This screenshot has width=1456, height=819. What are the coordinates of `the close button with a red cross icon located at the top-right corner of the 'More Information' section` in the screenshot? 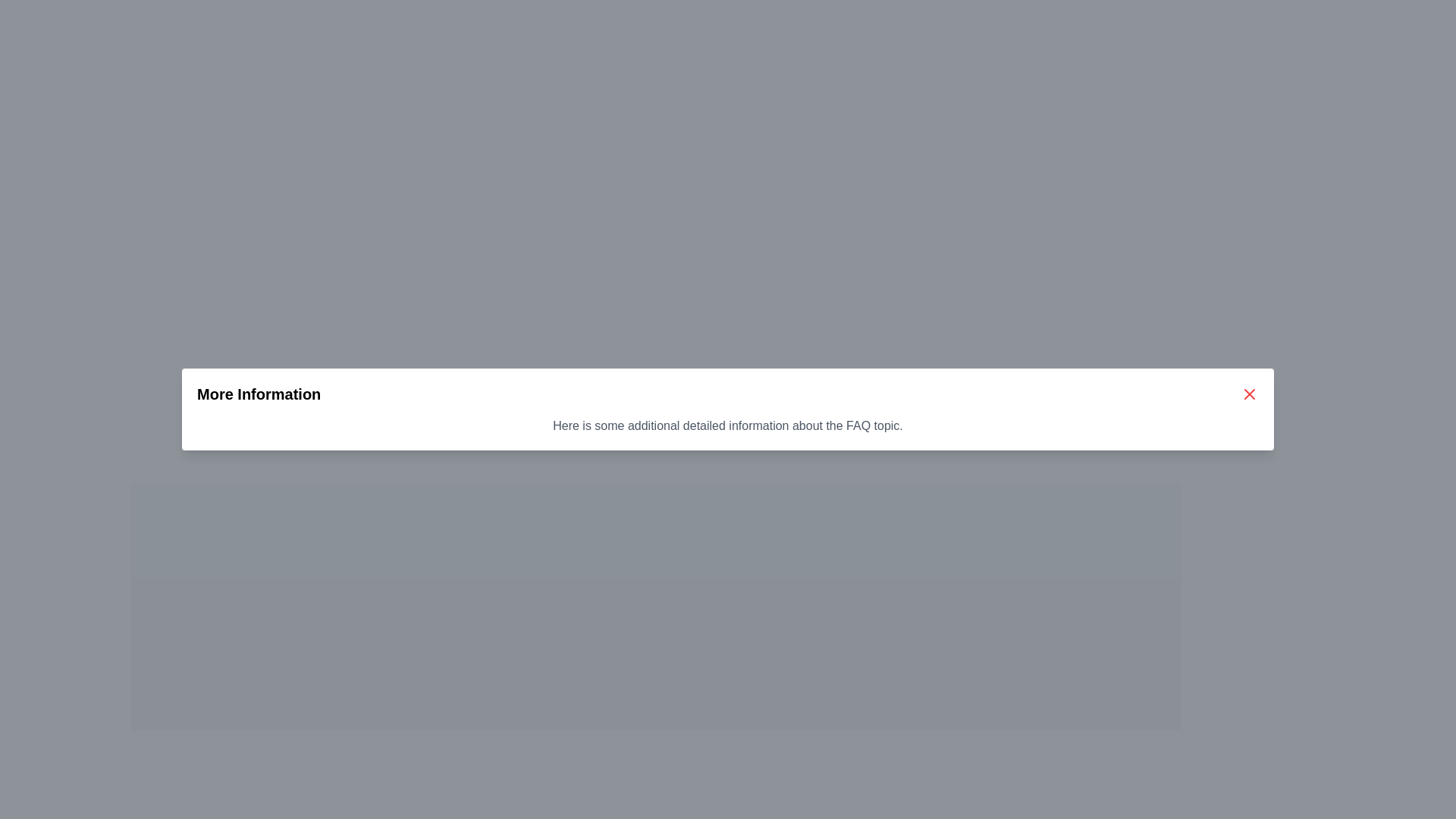 It's located at (1249, 394).